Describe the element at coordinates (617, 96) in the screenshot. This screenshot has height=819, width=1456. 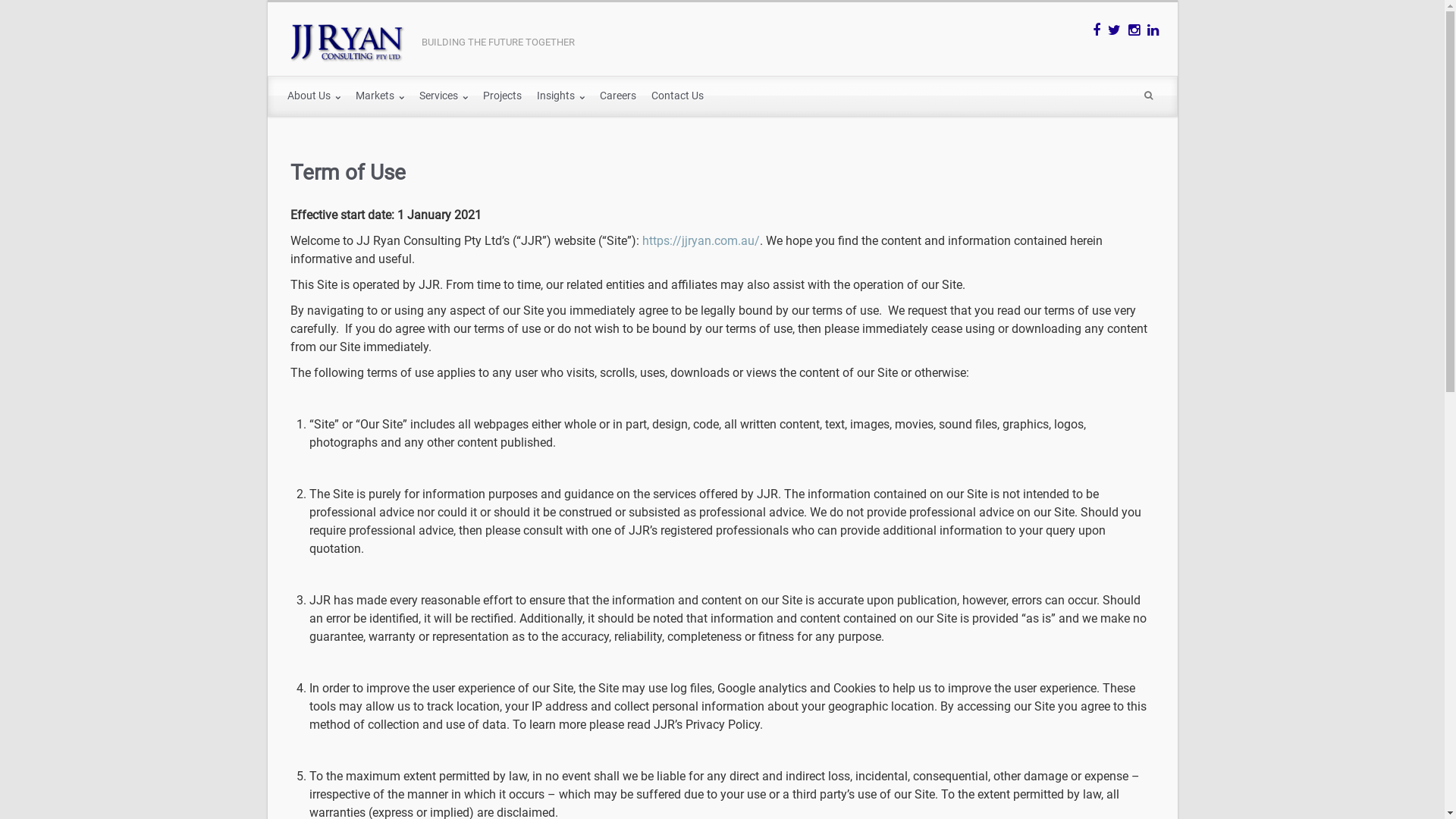
I see `'Careers'` at that location.